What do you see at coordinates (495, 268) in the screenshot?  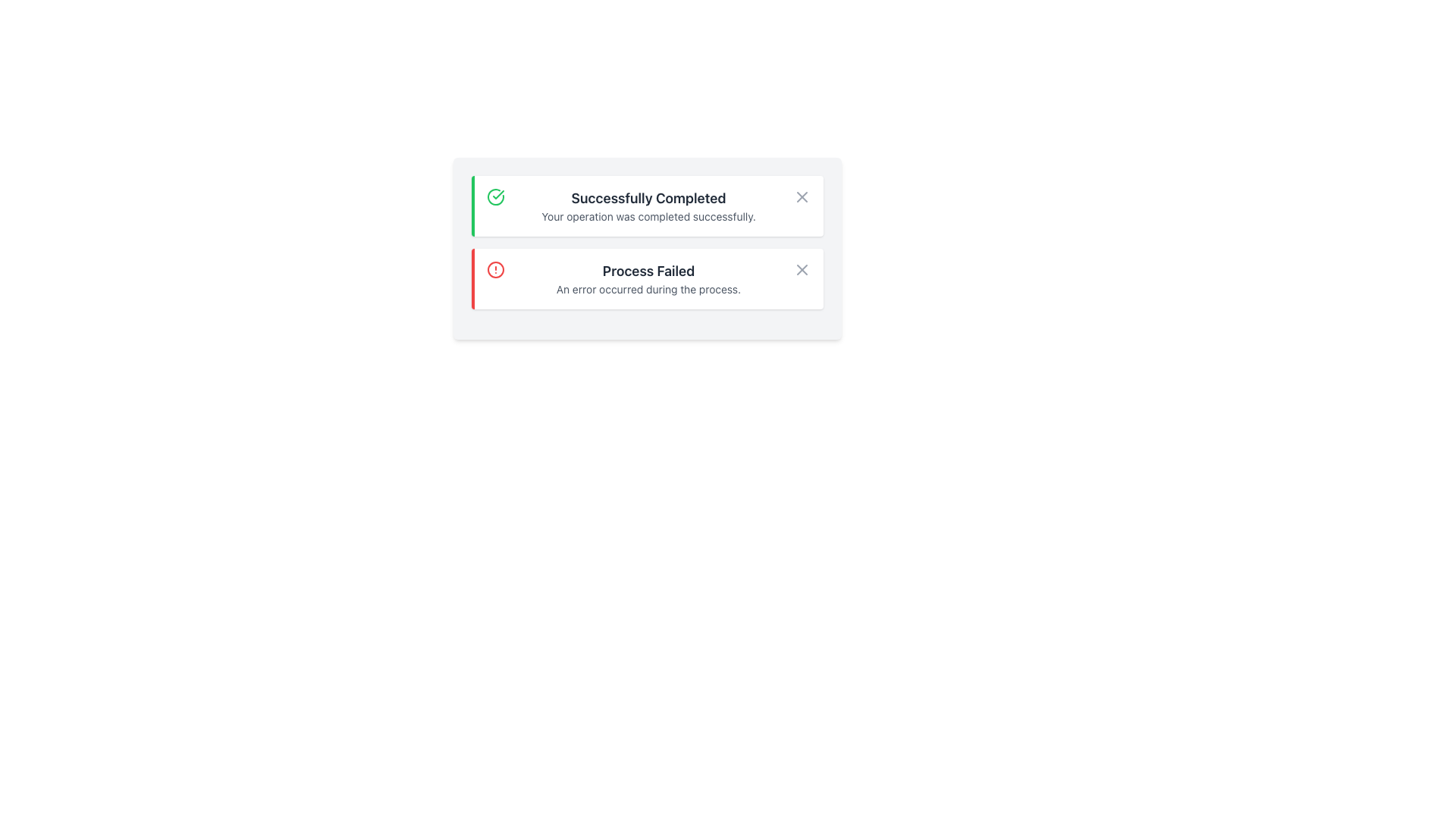 I see `the red circular alert icon within the 'Process Failed' label, which is the second item in the vertical list` at bounding box center [495, 268].